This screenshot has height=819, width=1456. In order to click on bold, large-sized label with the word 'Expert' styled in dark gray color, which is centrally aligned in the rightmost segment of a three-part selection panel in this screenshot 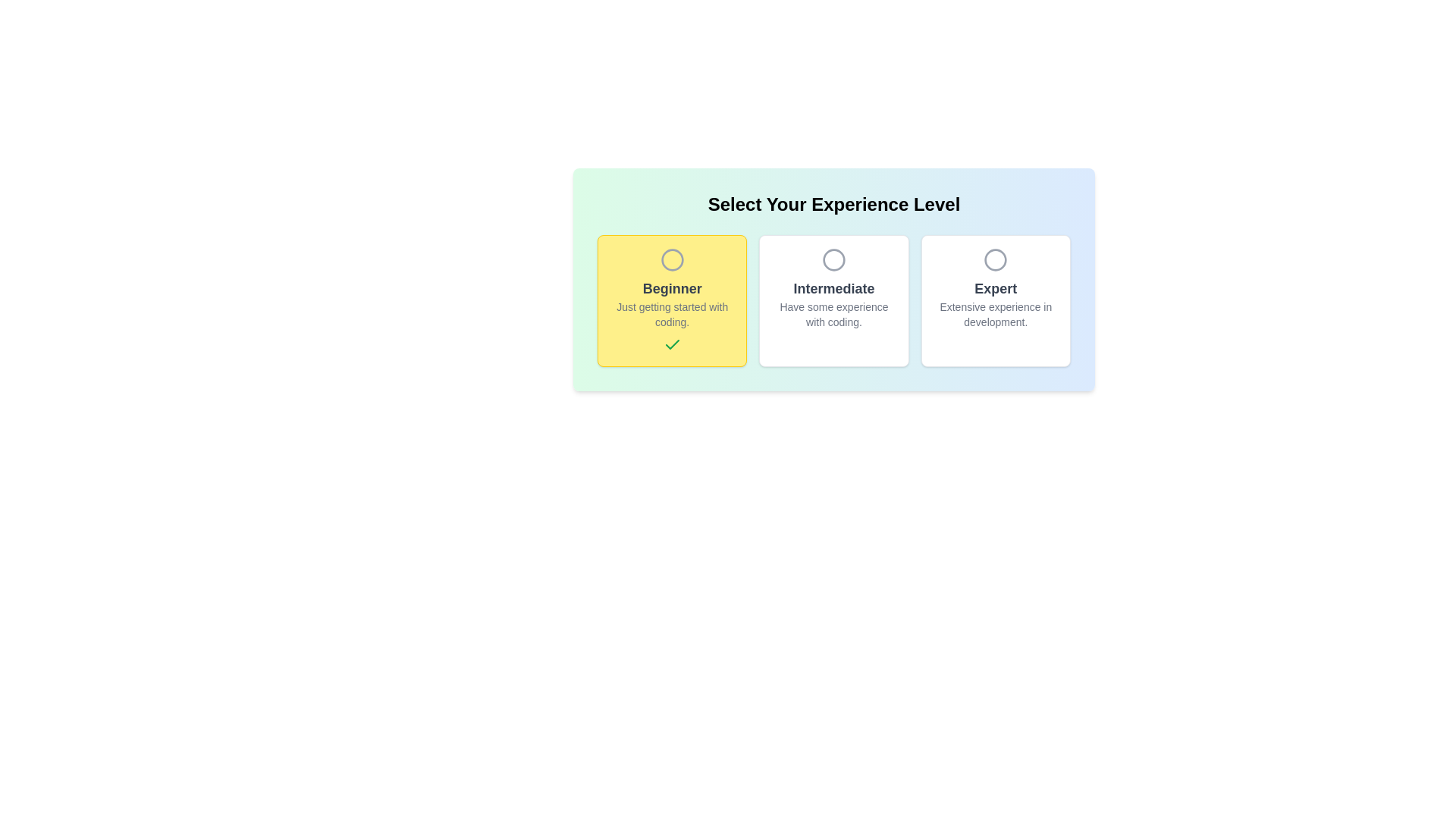, I will do `click(996, 289)`.